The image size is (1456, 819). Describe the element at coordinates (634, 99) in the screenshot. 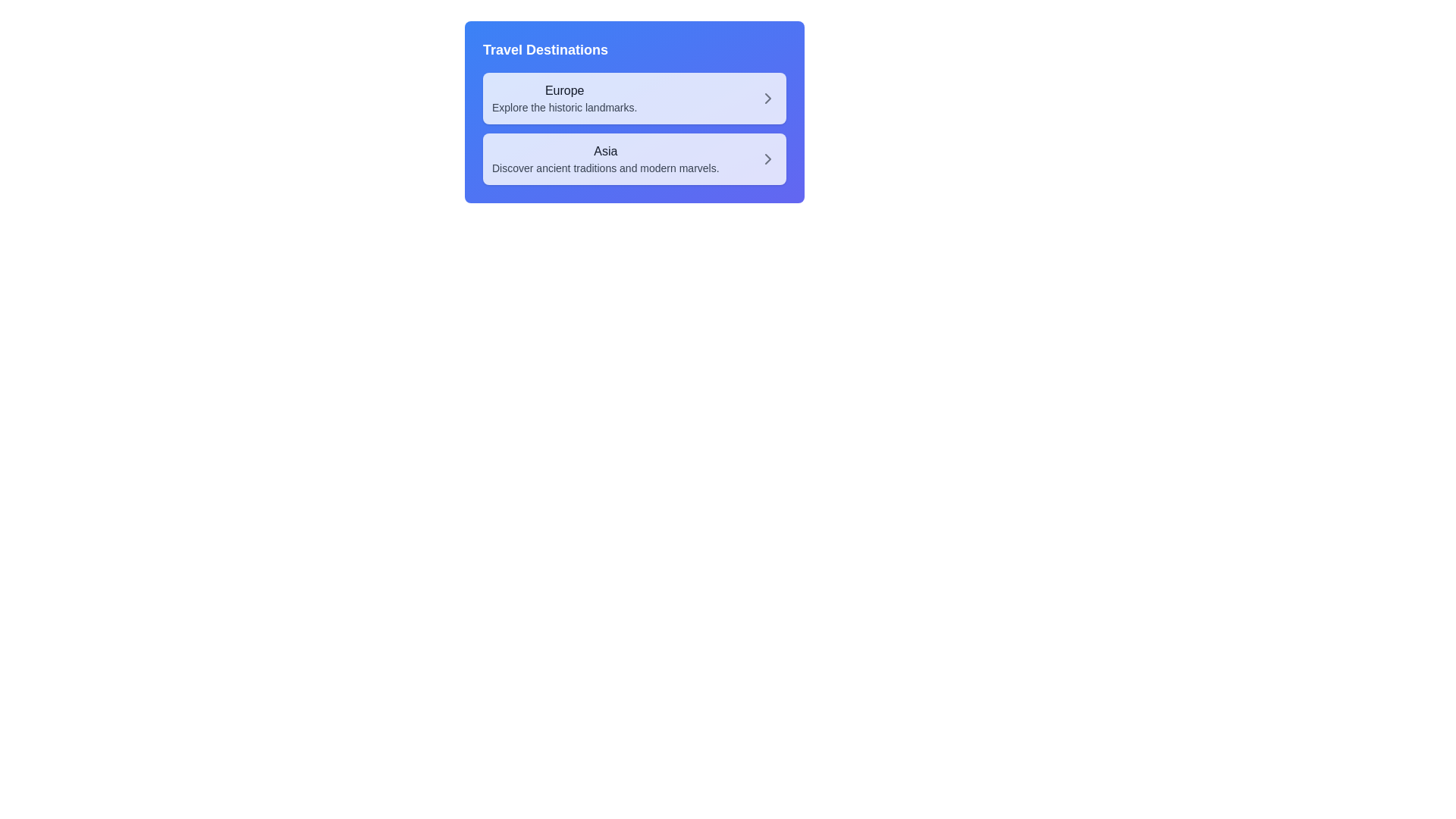

I see `the button representing the geographic region of Europe in the 'Travel Destinations' interface` at that location.